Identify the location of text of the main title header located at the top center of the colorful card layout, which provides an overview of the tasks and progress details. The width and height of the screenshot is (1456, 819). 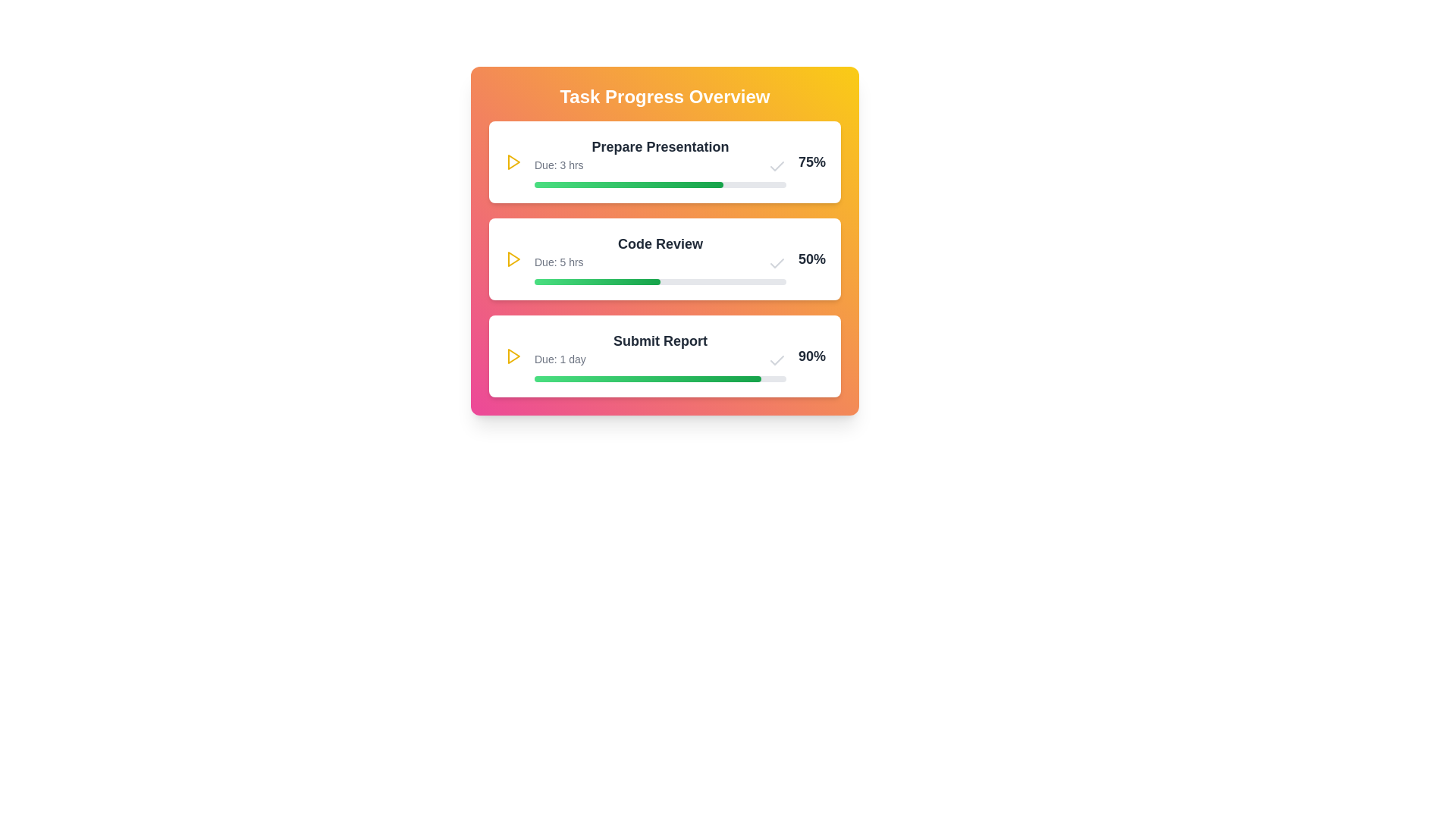
(665, 96).